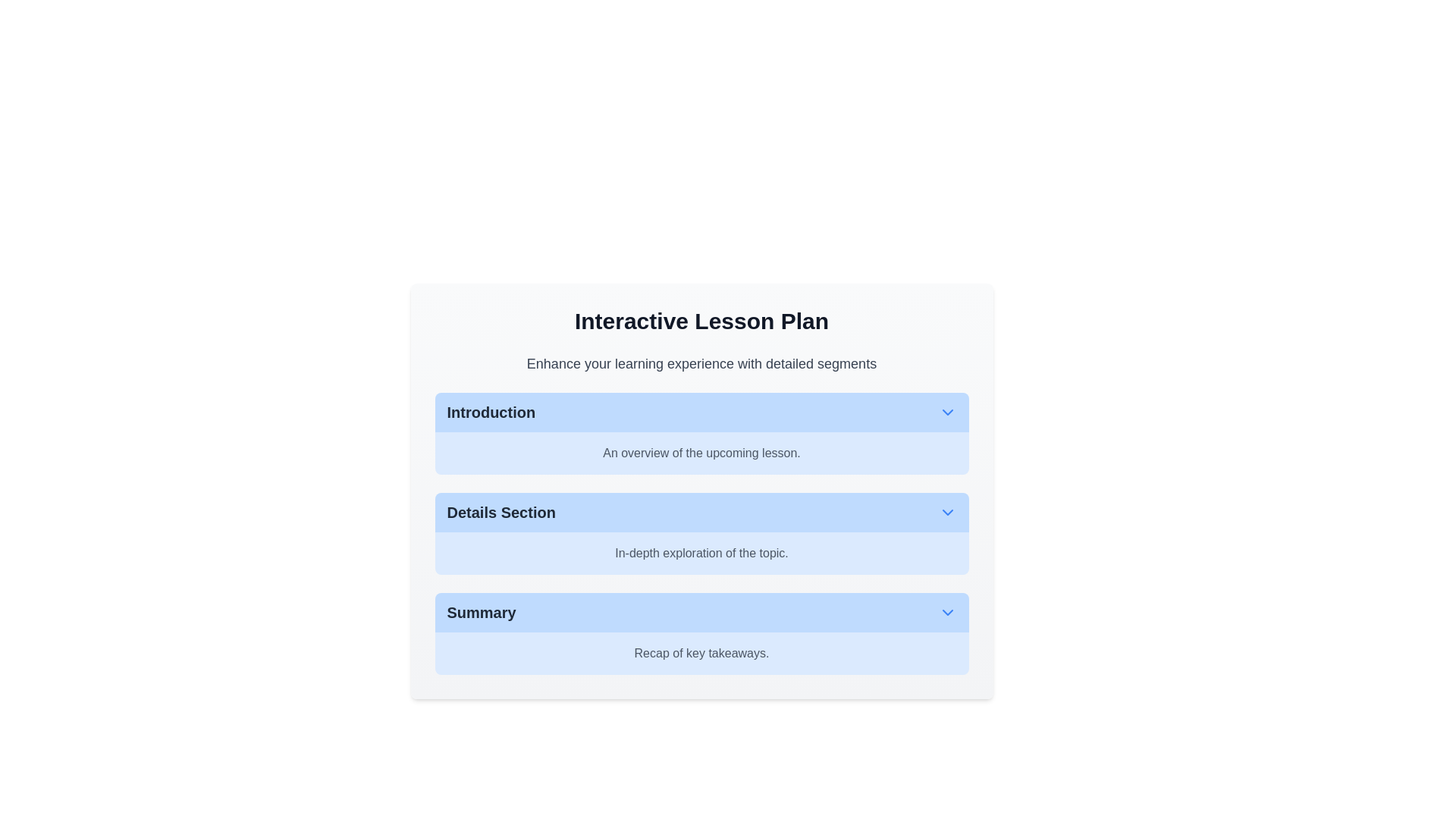 Image resolution: width=1456 pixels, height=819 pixels. I want to click on the text label reading 'In-depth exploration of the topic.' located in the 'Details Section' below its header, so click(701, 553).